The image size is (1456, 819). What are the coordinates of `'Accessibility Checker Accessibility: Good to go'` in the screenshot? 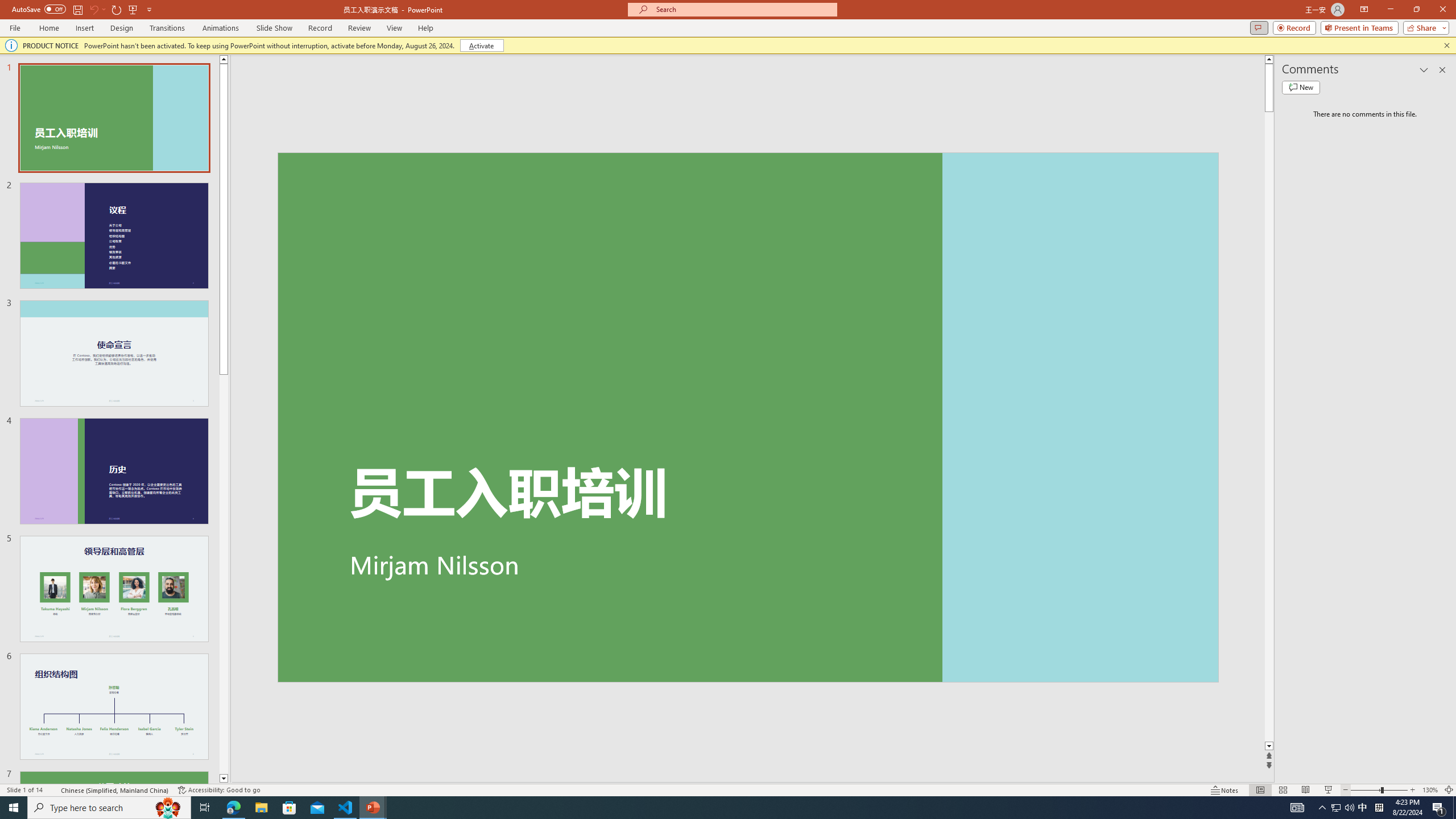 It's located at (218, 790).